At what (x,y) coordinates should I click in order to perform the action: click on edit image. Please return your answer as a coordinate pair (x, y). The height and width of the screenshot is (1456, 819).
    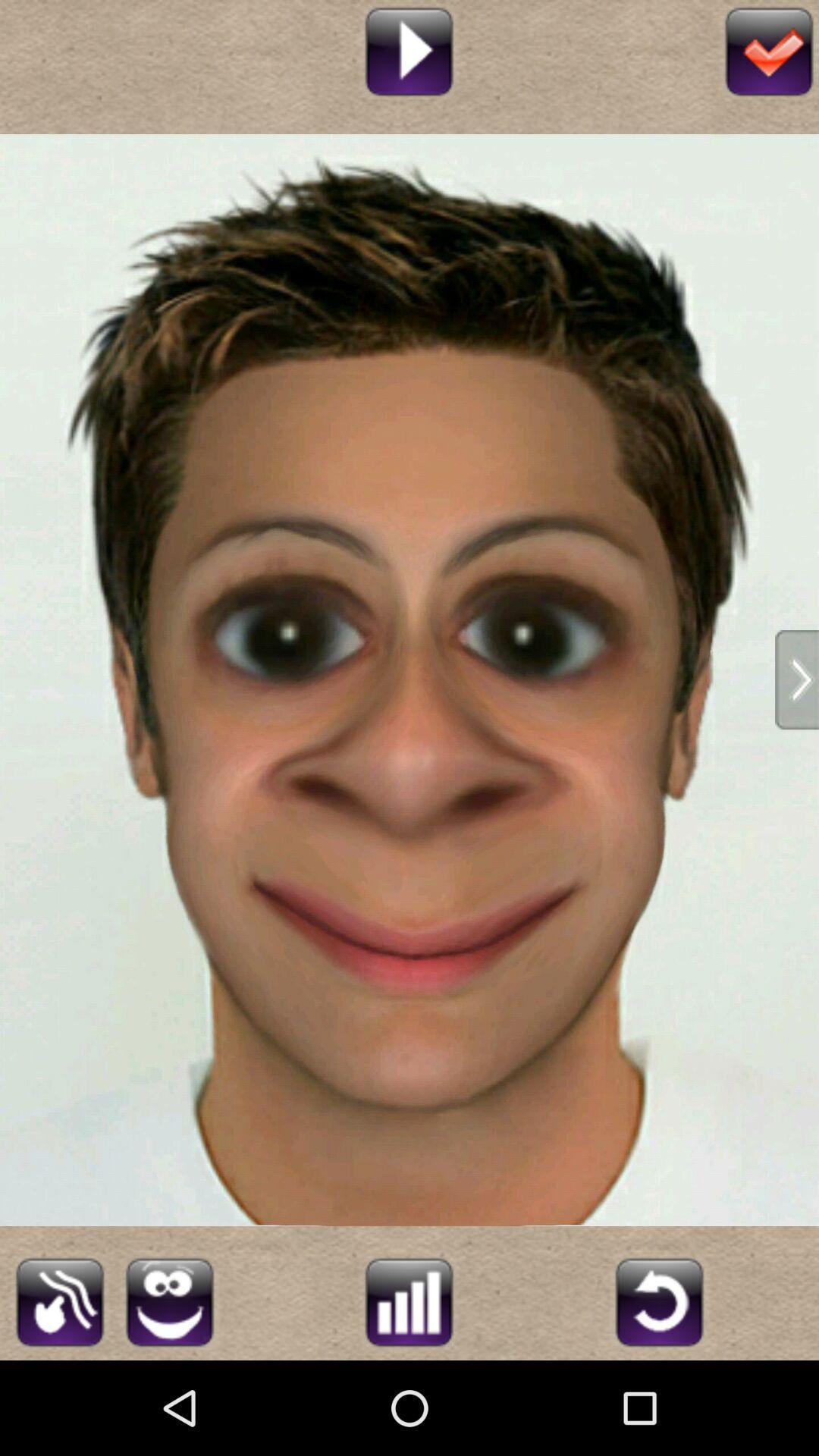
    Looking at the image, I should click on (59, 1299).